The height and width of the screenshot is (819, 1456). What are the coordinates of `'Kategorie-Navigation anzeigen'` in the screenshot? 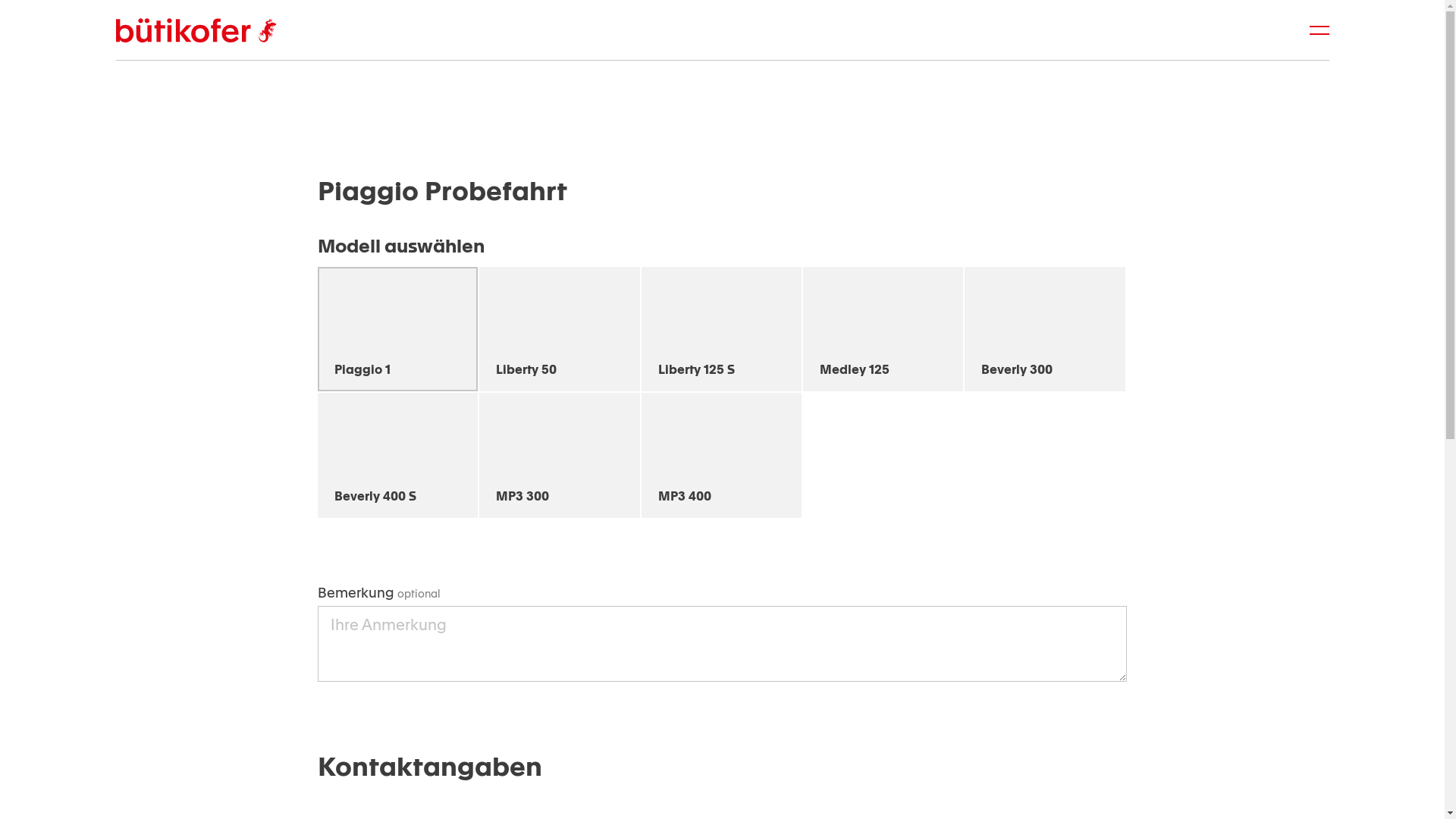 It's located at (1318, 30).